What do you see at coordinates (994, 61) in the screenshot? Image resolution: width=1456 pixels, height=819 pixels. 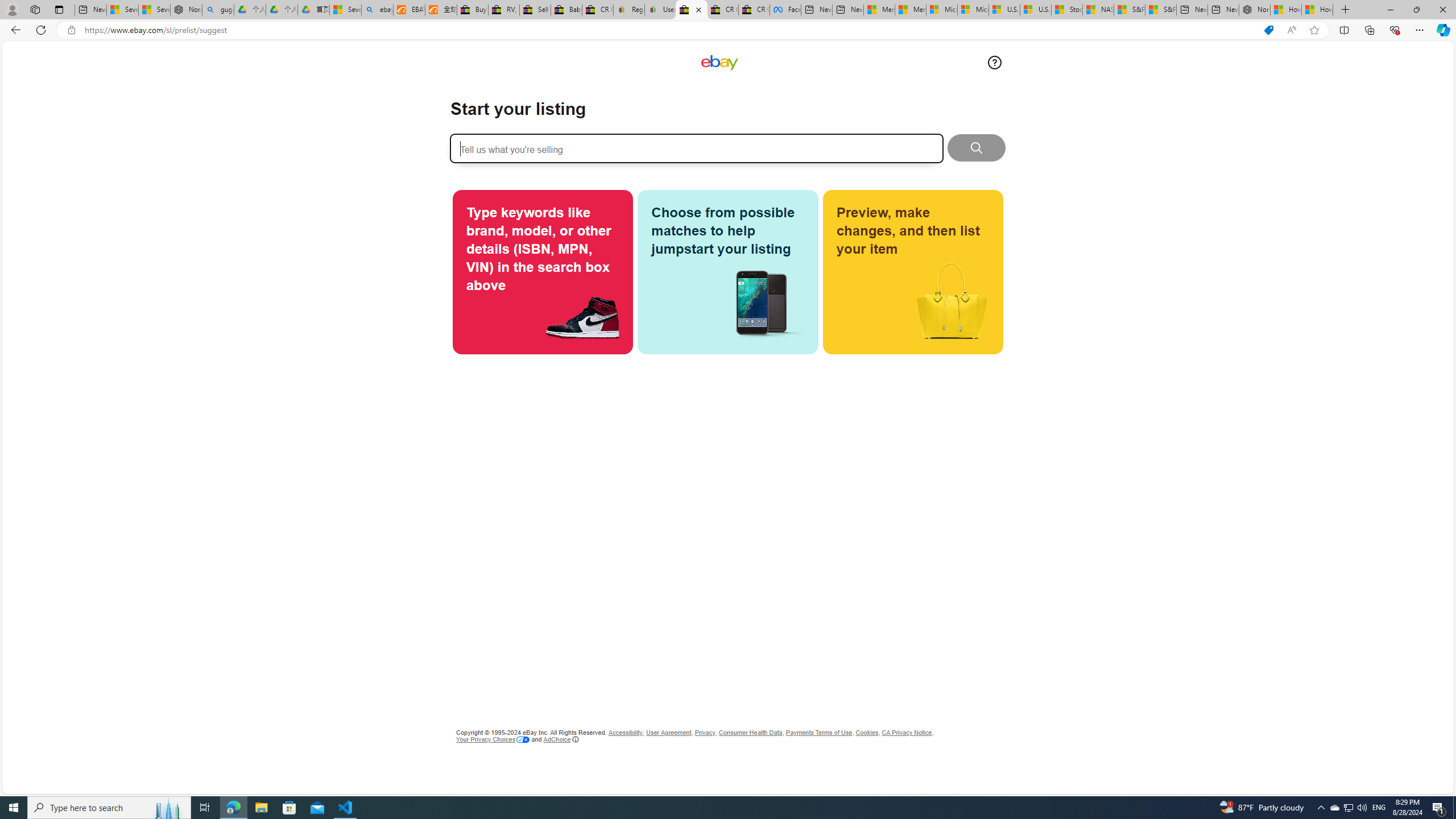 I see `'Comment about your experience on this page.'` at bounding box center [994, 61].